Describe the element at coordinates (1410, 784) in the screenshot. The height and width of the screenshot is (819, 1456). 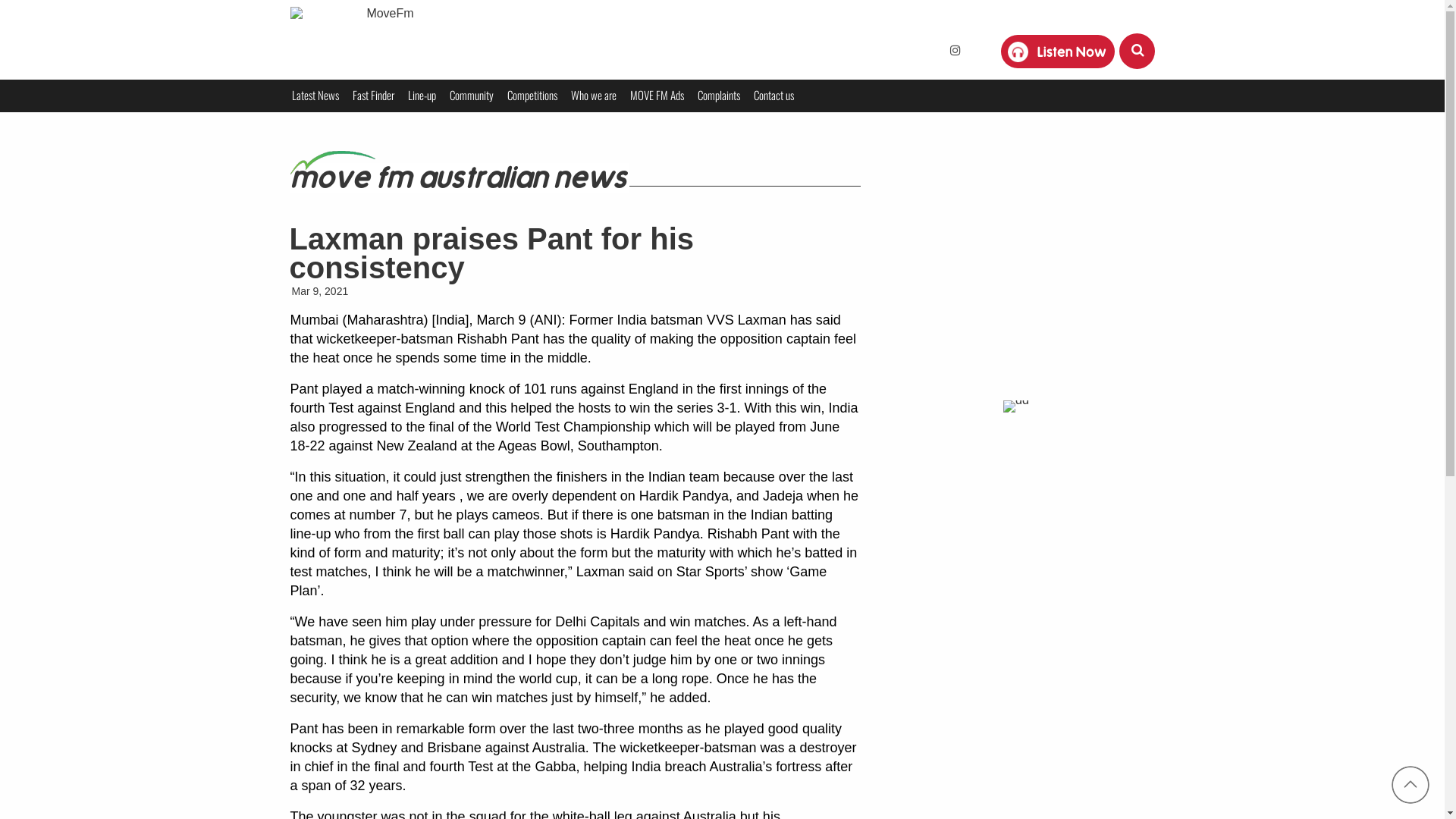
I see `'top'` at that location.